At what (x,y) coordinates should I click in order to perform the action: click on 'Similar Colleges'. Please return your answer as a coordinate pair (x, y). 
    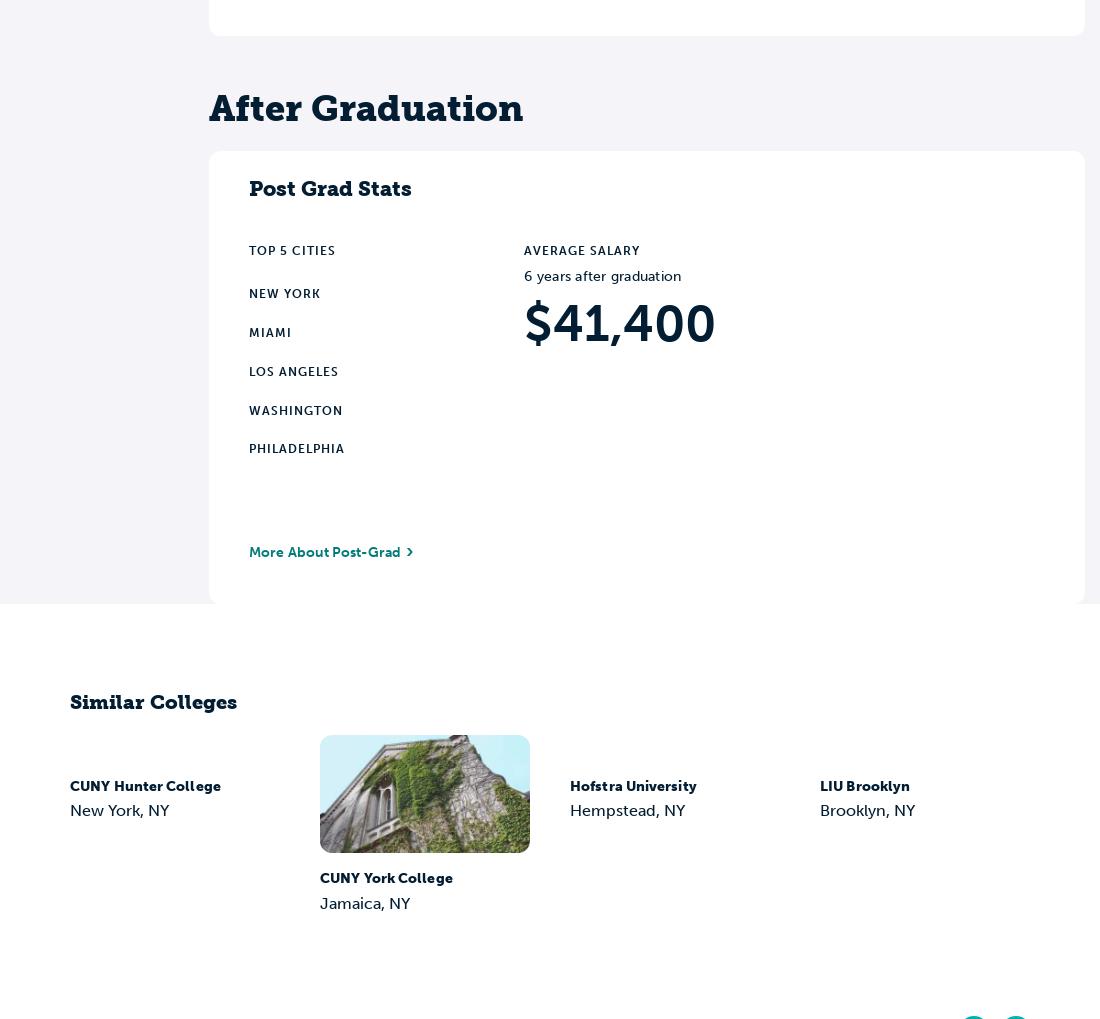
    Looking at the image, I should click on (152, 701).